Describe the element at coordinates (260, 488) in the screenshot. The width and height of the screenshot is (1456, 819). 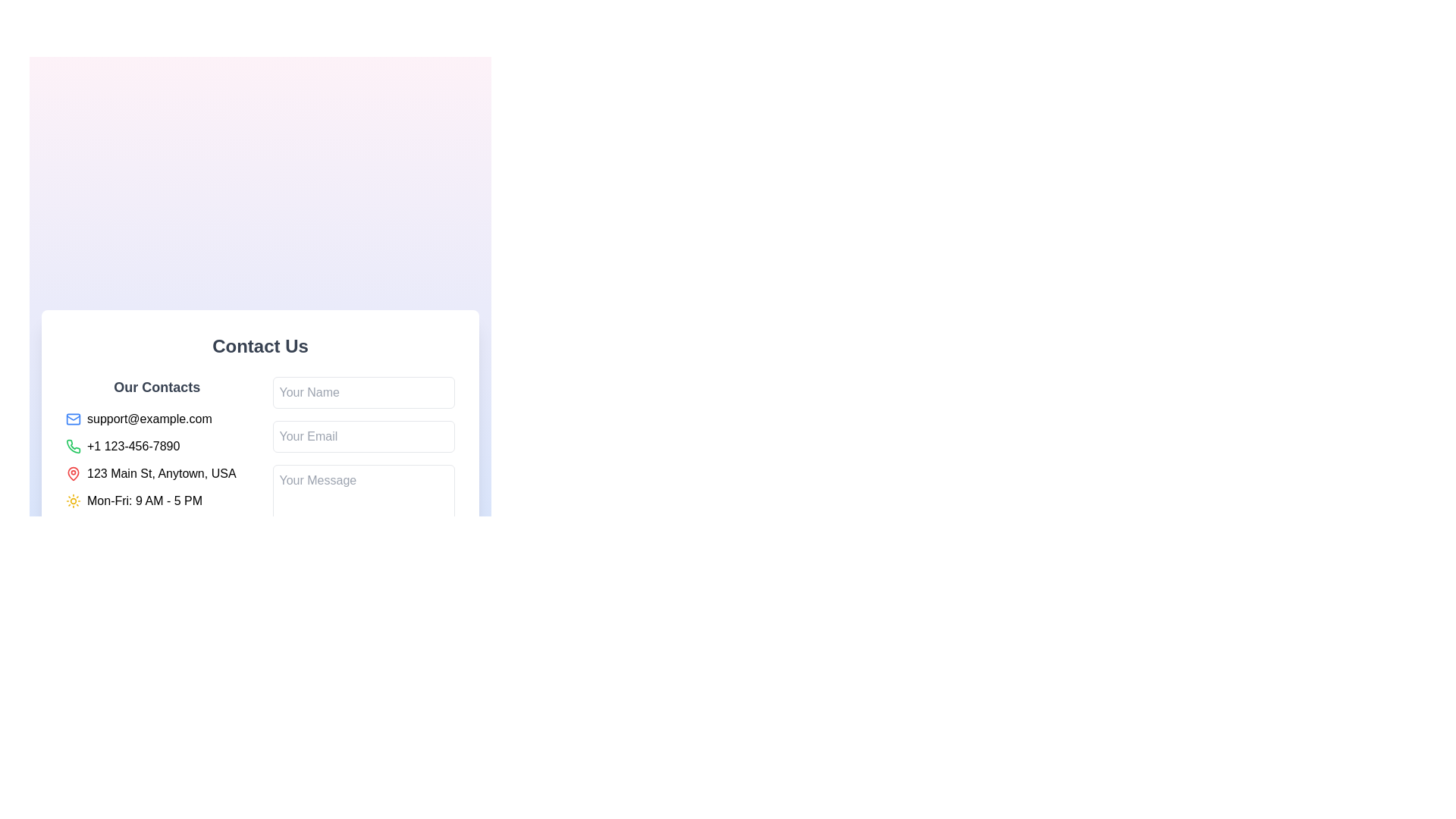
I see `contact information displayed in the 'Our Contacts' section of the contact form area, which includes email, phone number, physical address, and office hours` at that location.